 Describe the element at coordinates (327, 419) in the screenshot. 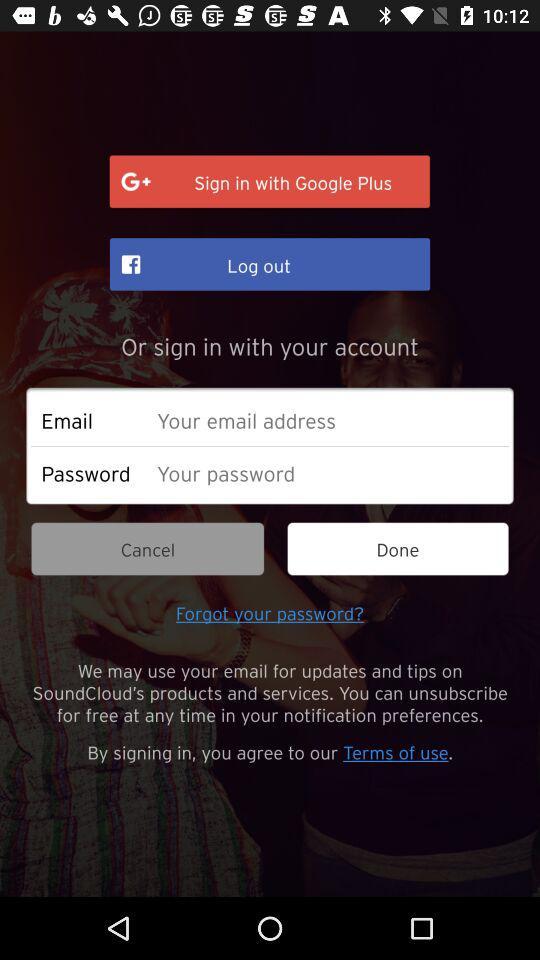

I see `email` at that location.